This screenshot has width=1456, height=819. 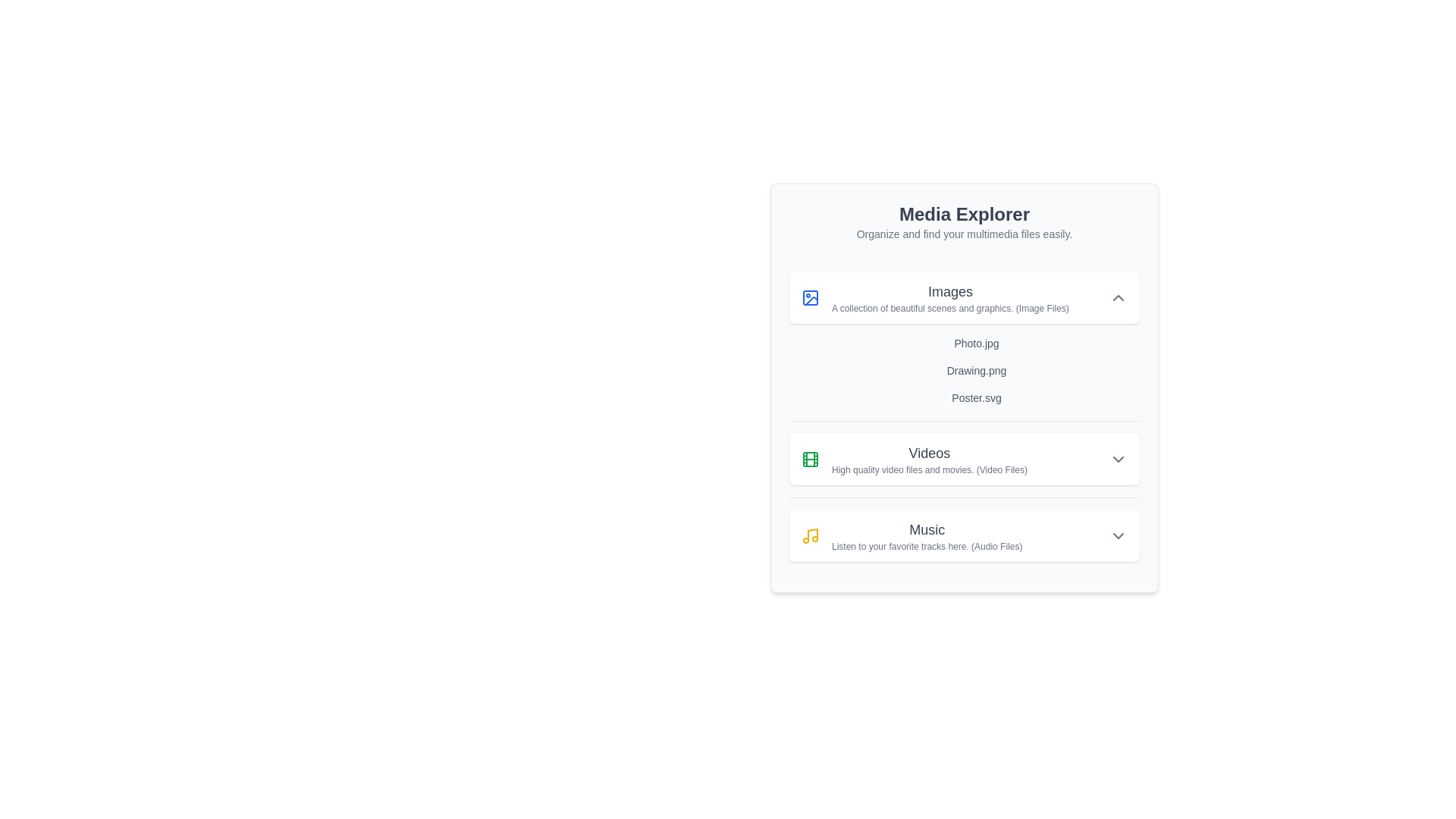 What do you see at coordinates (810, 298) in the screenshot?
I see `the 'Images' icon that visually represents the 'Images' section, located at the left end of the horizontal grouping with the text 'Images' and the description 'A collection of beautiful scenes and graphics. (Image Files).'` at bounding box center [810, 298].